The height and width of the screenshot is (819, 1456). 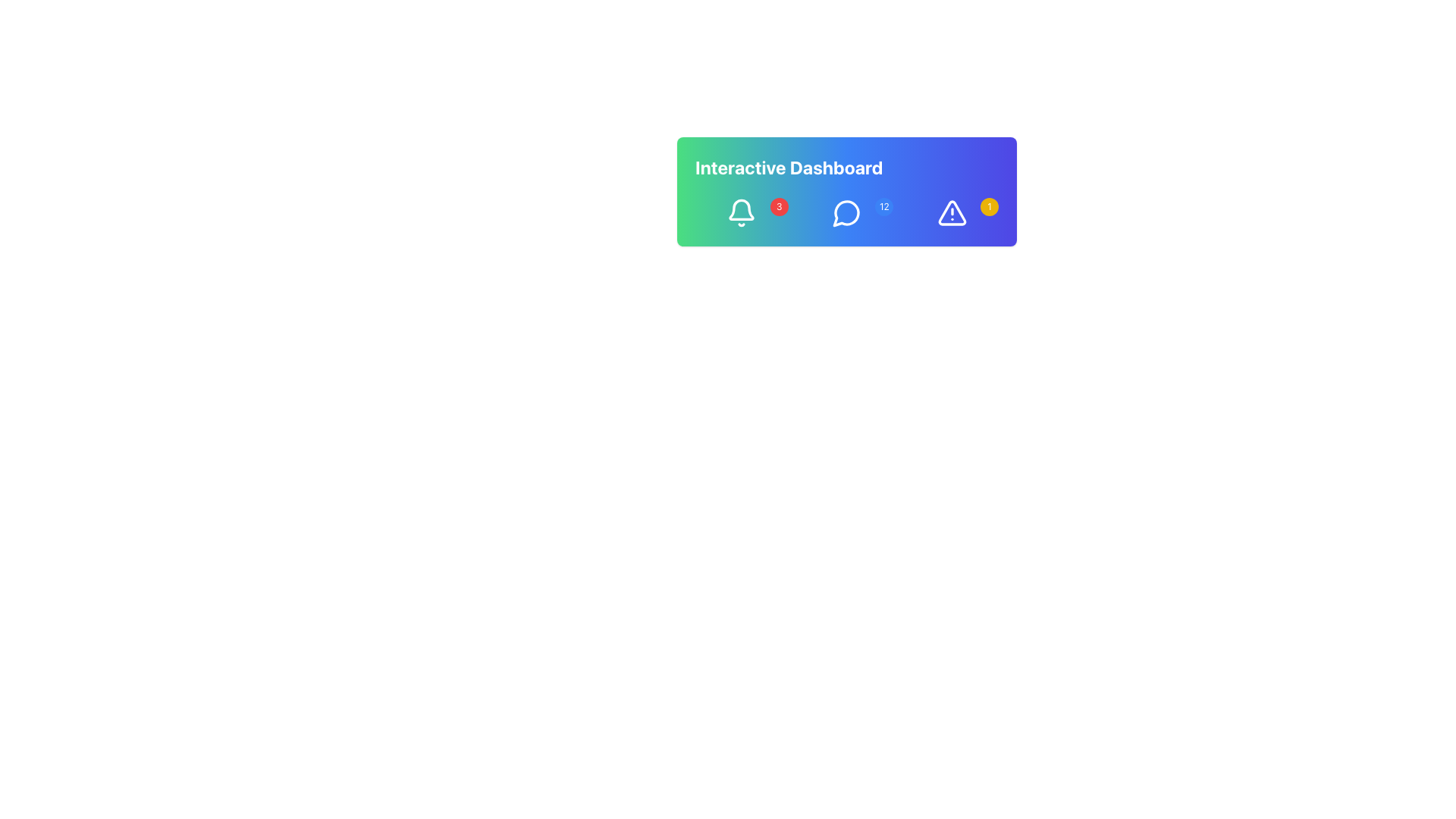 I want to click on the blue badge displaying the number '12' located at the top-right corner of the speech bubble icon in the interface, so click(x=846, y=213).